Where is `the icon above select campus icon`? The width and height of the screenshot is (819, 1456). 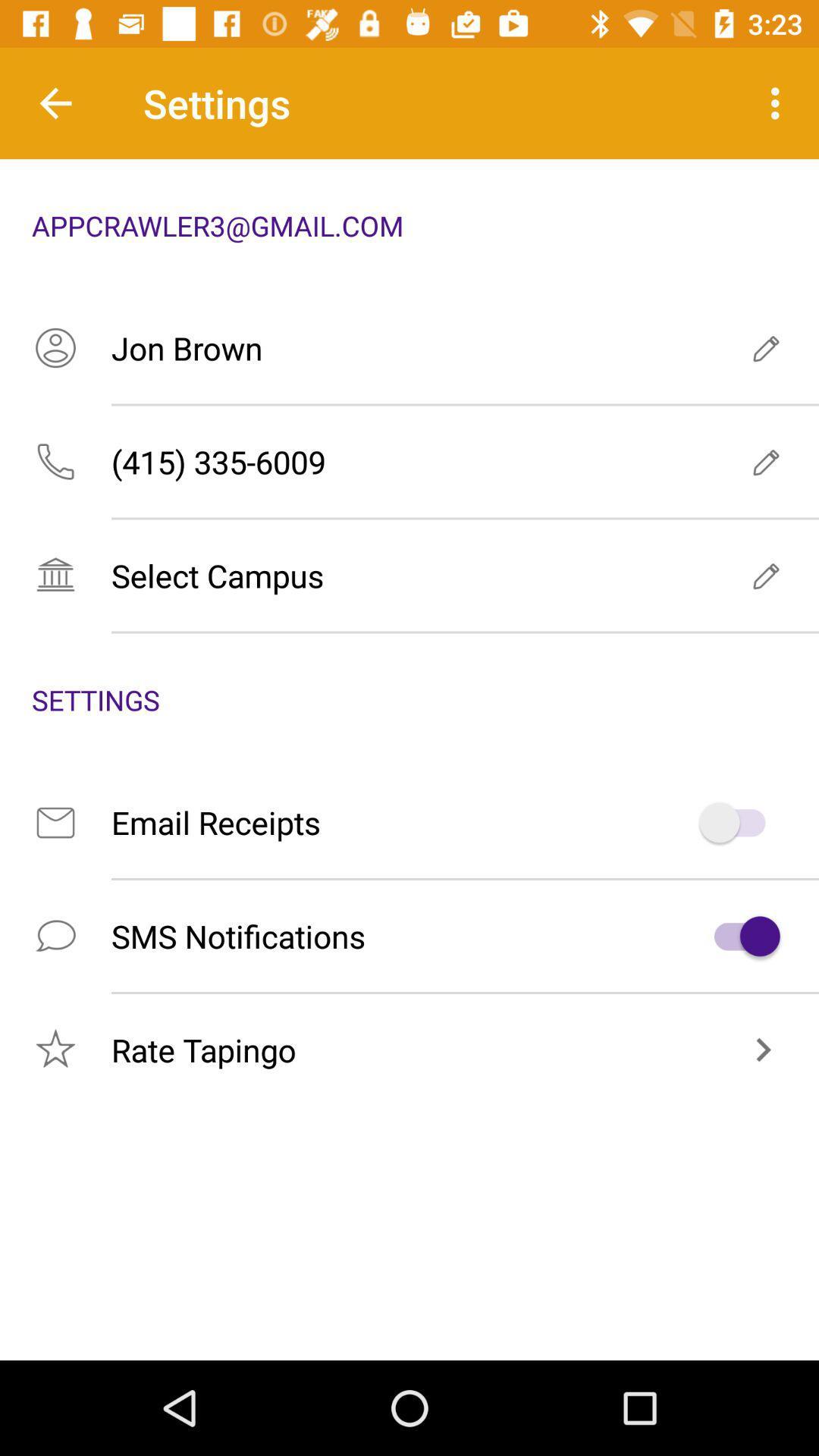
the icon above select campus icon is located at coordinates (409, 461).